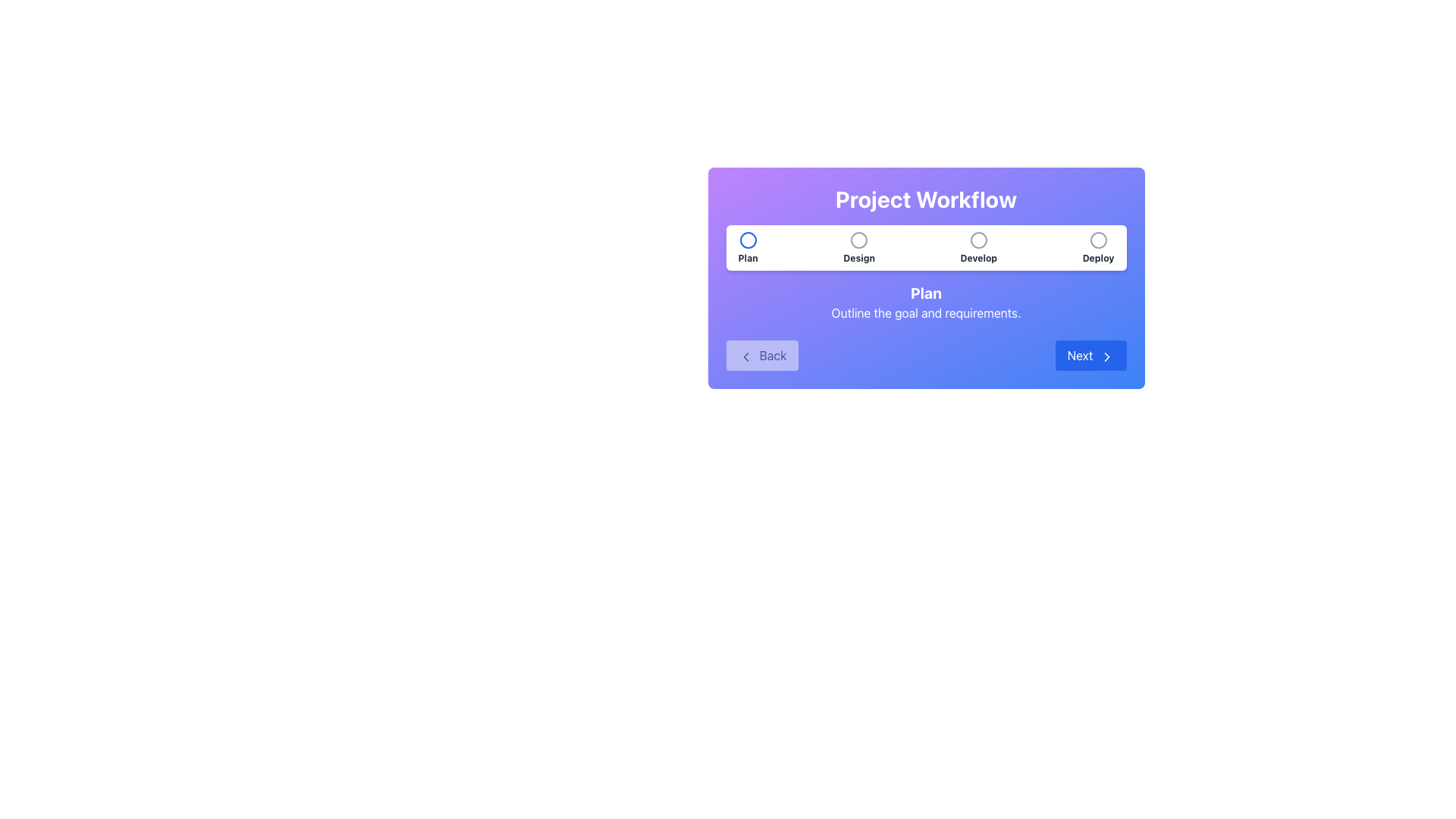 The height and width of the screenshot is (819, 1456). Describe the element at coordinates (925, 302) in the screenshot. I see `text block titled 'Plan' which contains the larger bold text and the smaller explanatory text 'Outline the goal and requirements.' located below the navigation tabs in the 'Project Workflow' card` at that location.